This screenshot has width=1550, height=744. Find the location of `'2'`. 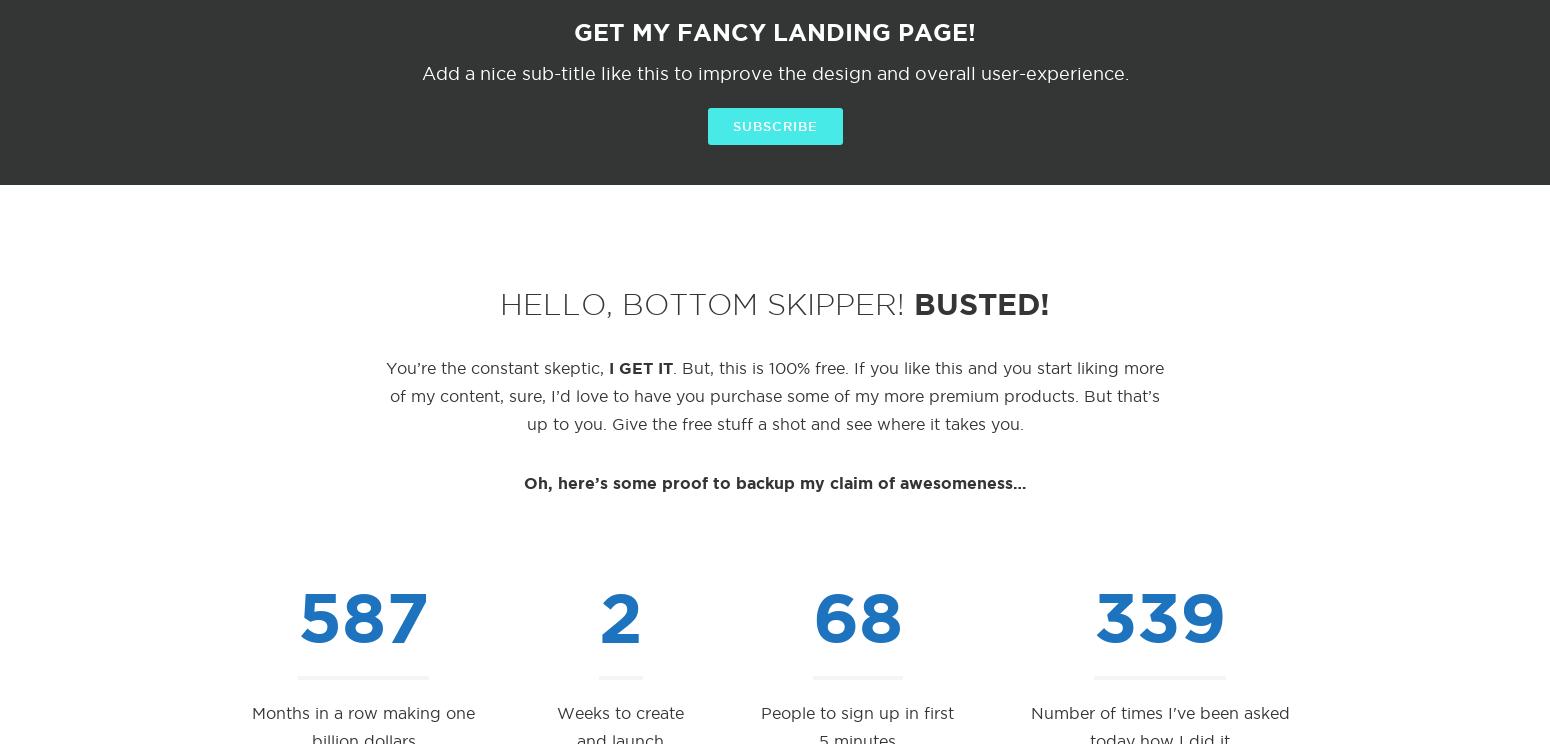

'2' is located at coordinates (620, 615).